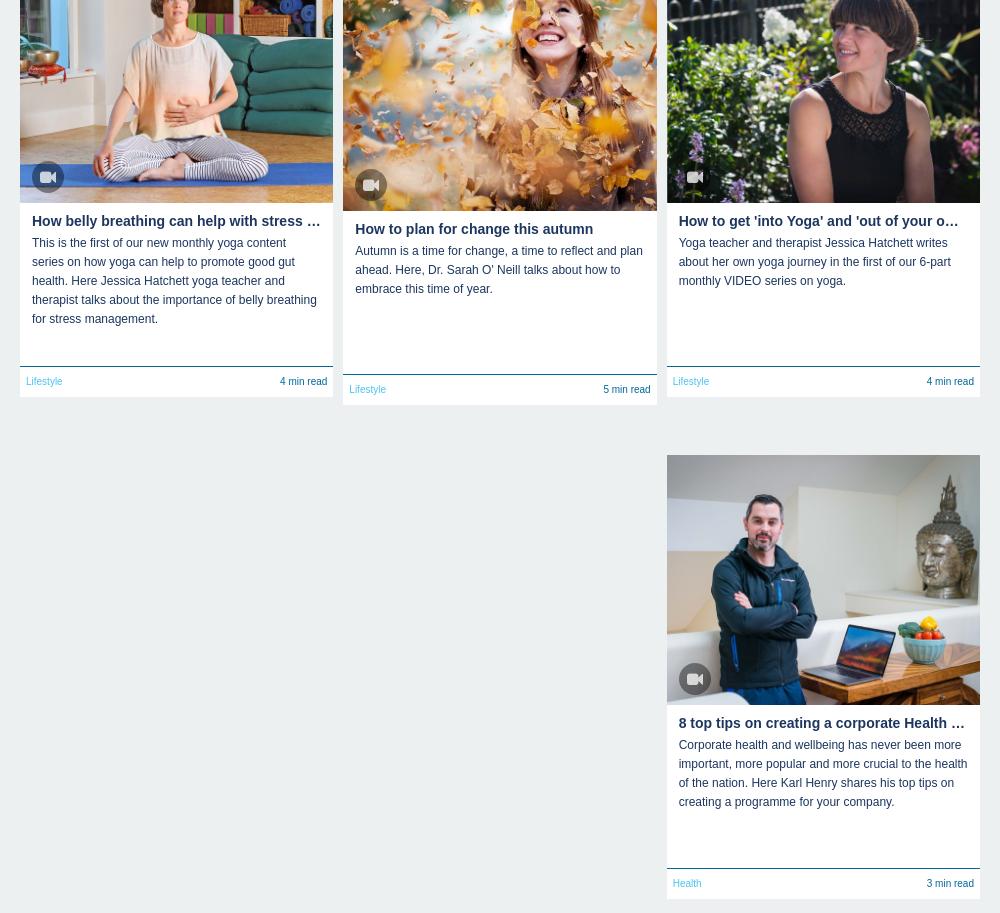  Describe the element at coordinates (948, 881) in the screenshot. I see `'3 min read'` at that location.